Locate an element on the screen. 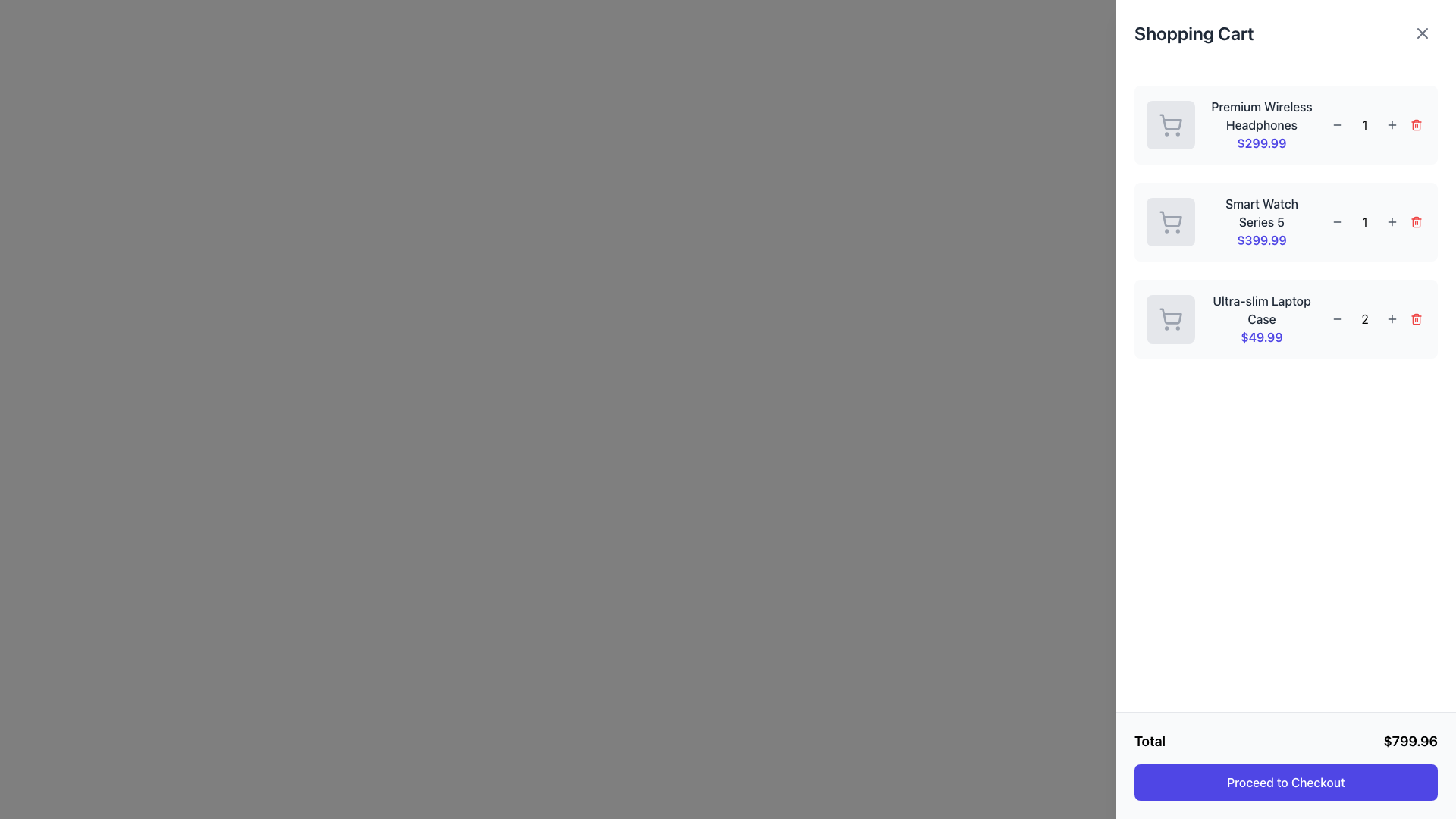  the button to decrease the quantity of the first item in the shopping cart, located to the right of the item description and price is located at coordinates (1337, 124).